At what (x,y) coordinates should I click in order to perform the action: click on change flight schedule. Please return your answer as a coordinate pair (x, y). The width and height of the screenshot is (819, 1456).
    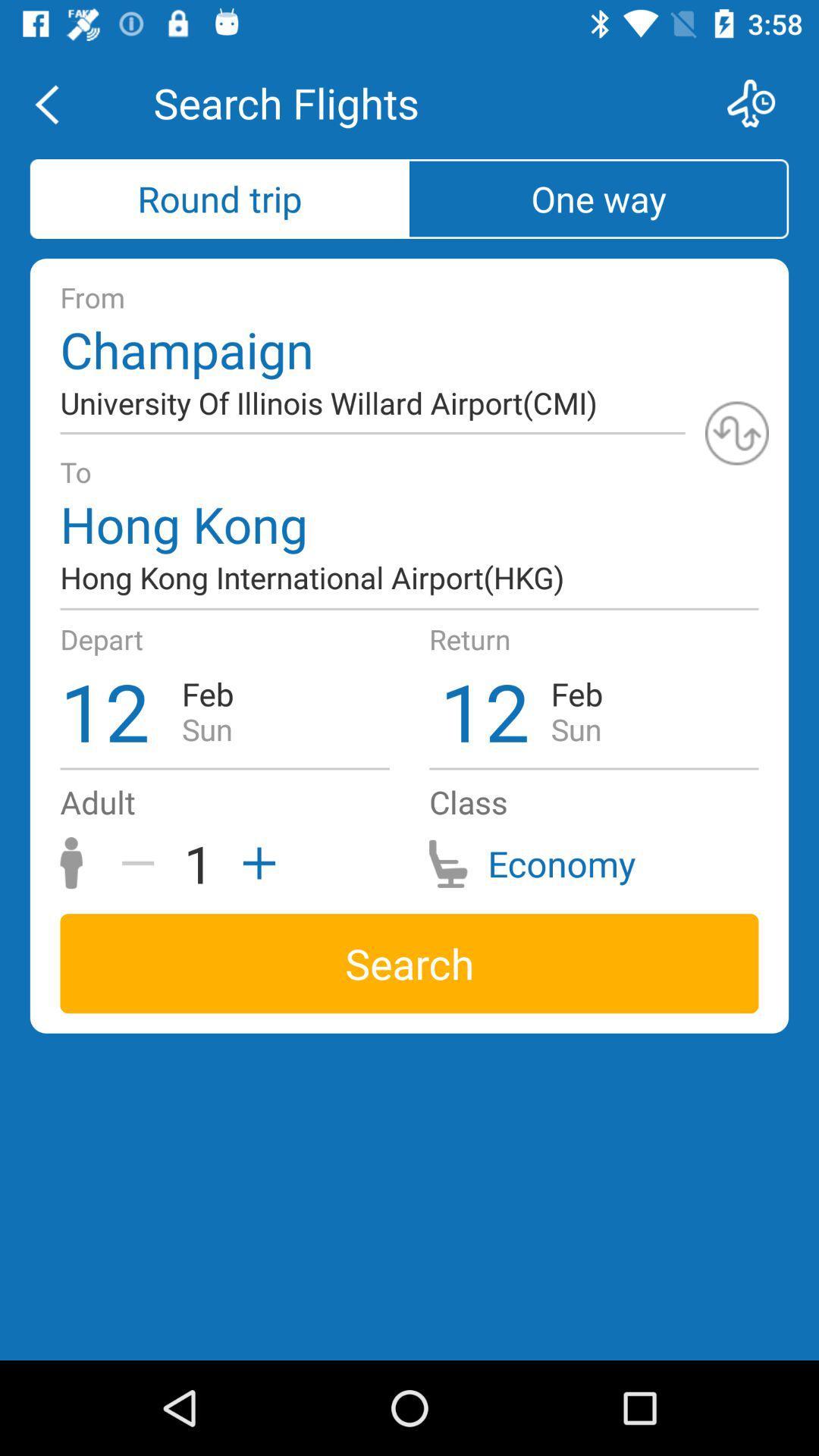
    Looking at the image, I should click on (761, 102).